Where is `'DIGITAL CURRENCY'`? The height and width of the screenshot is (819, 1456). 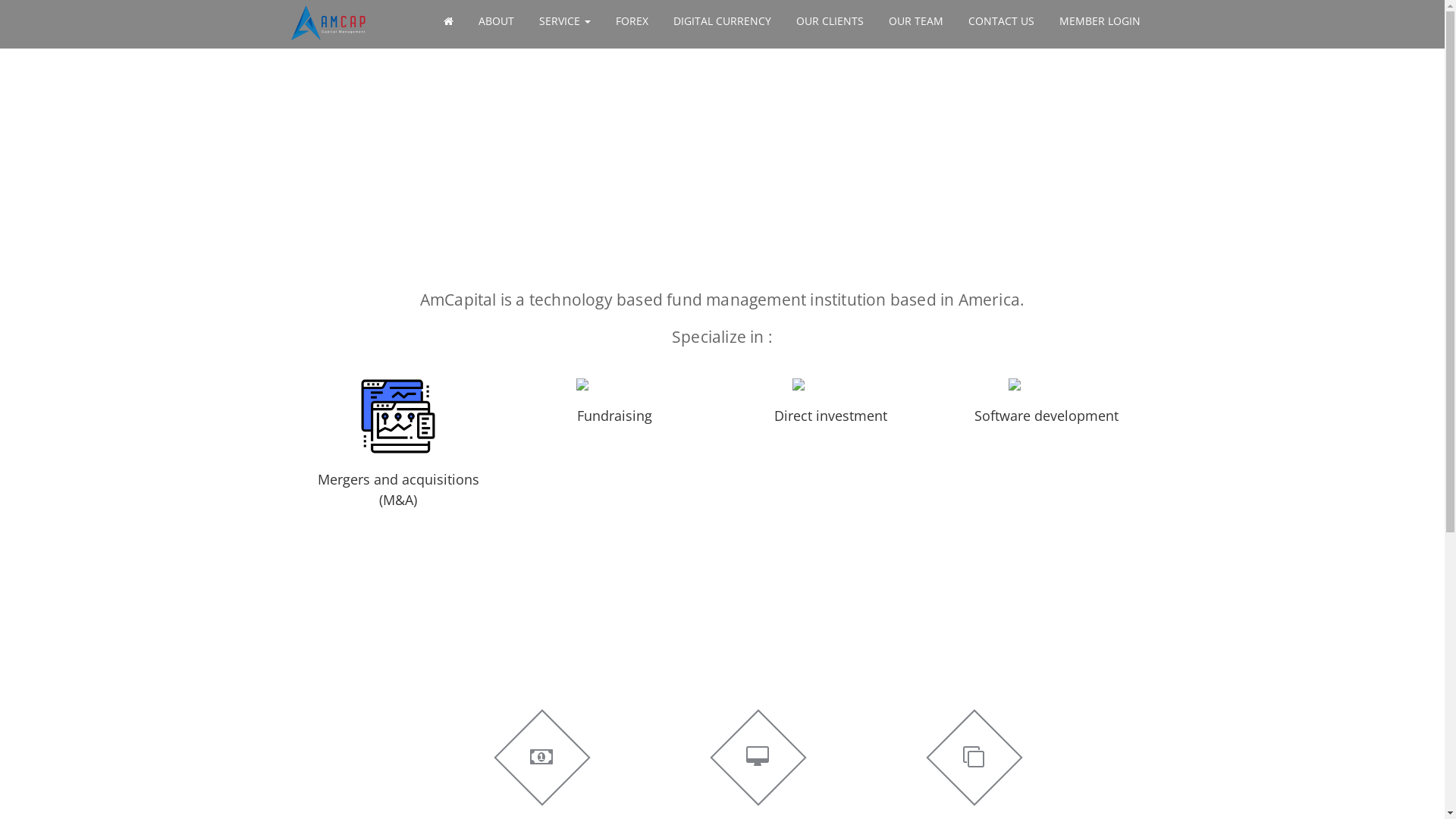
'DIGITAL CURRENCY' is located at coordinates (721, 20).